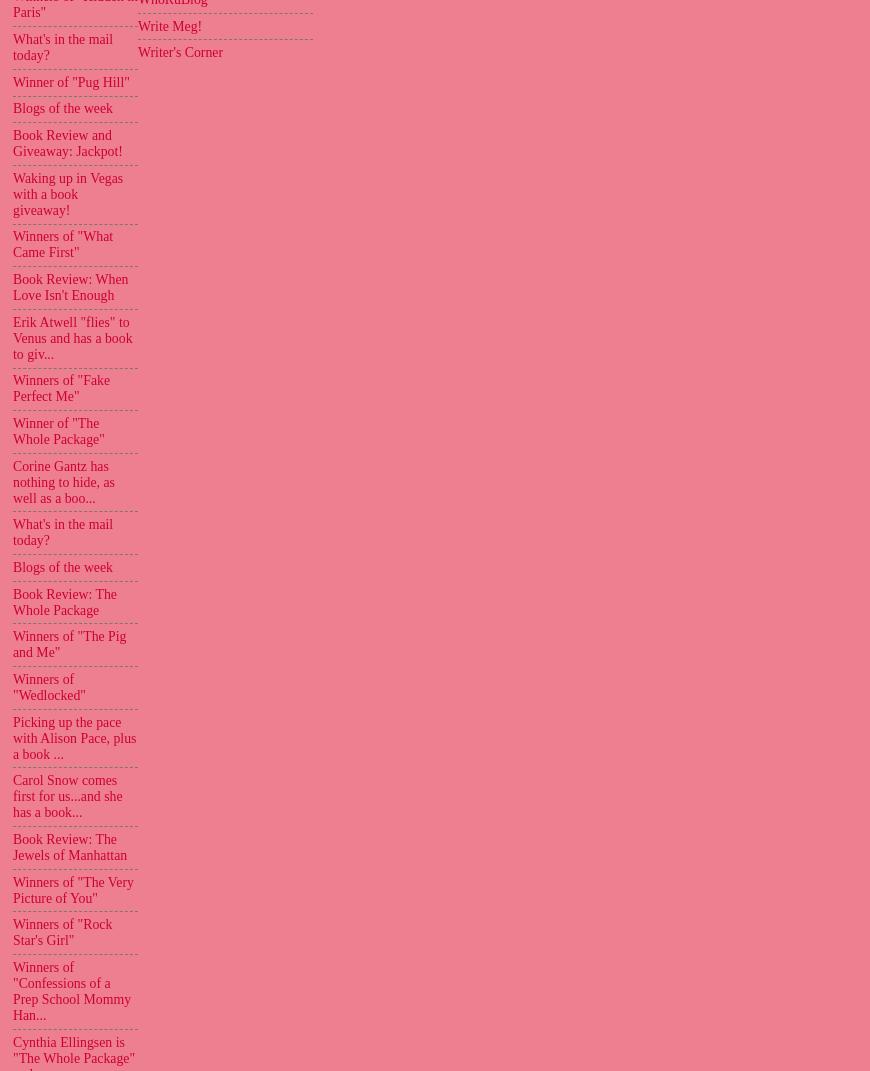 This screenshot has height=1071, width=870. What do you see at coordinates (66, 795) in the screenshot?
I see `'Carol Snow comes first for us...and she has a book...'` at bounding box center [66, 795].